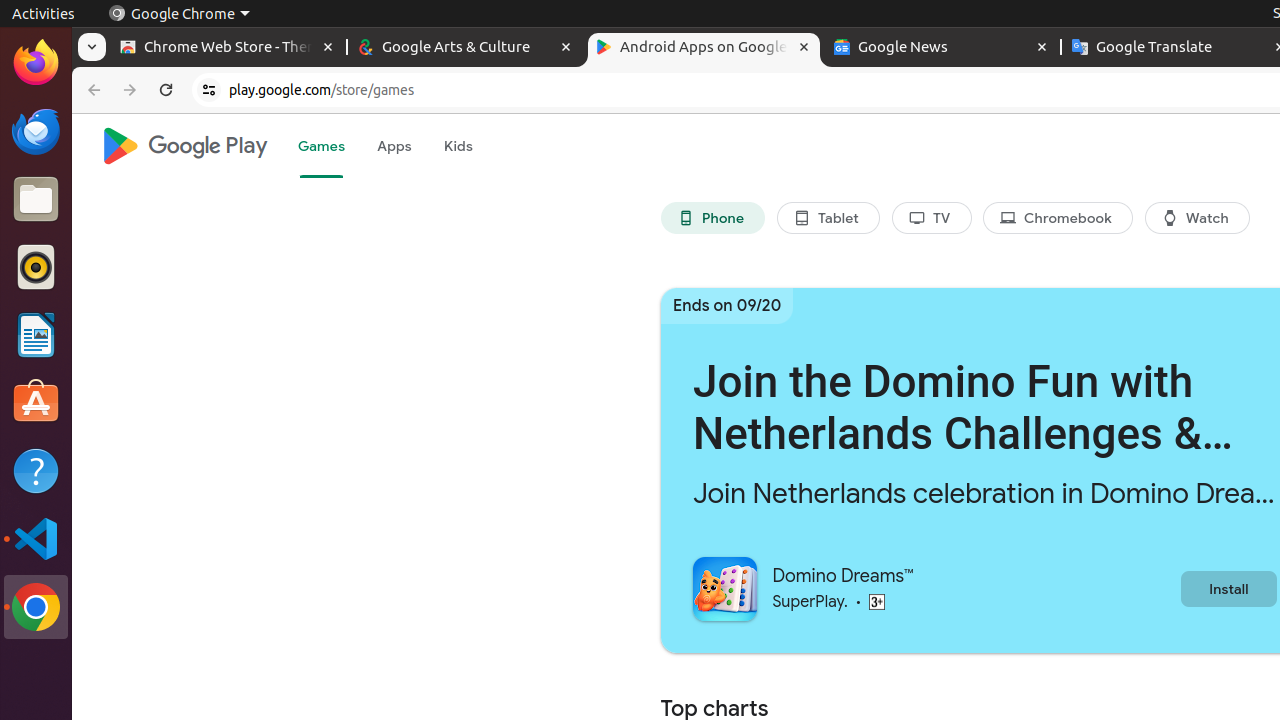 The width and height of the screenshot is (1280, 720). What do you see at coordinates (166, 90) in the screenshot?
I see `'Reload'` at bounding box center [166, 90].